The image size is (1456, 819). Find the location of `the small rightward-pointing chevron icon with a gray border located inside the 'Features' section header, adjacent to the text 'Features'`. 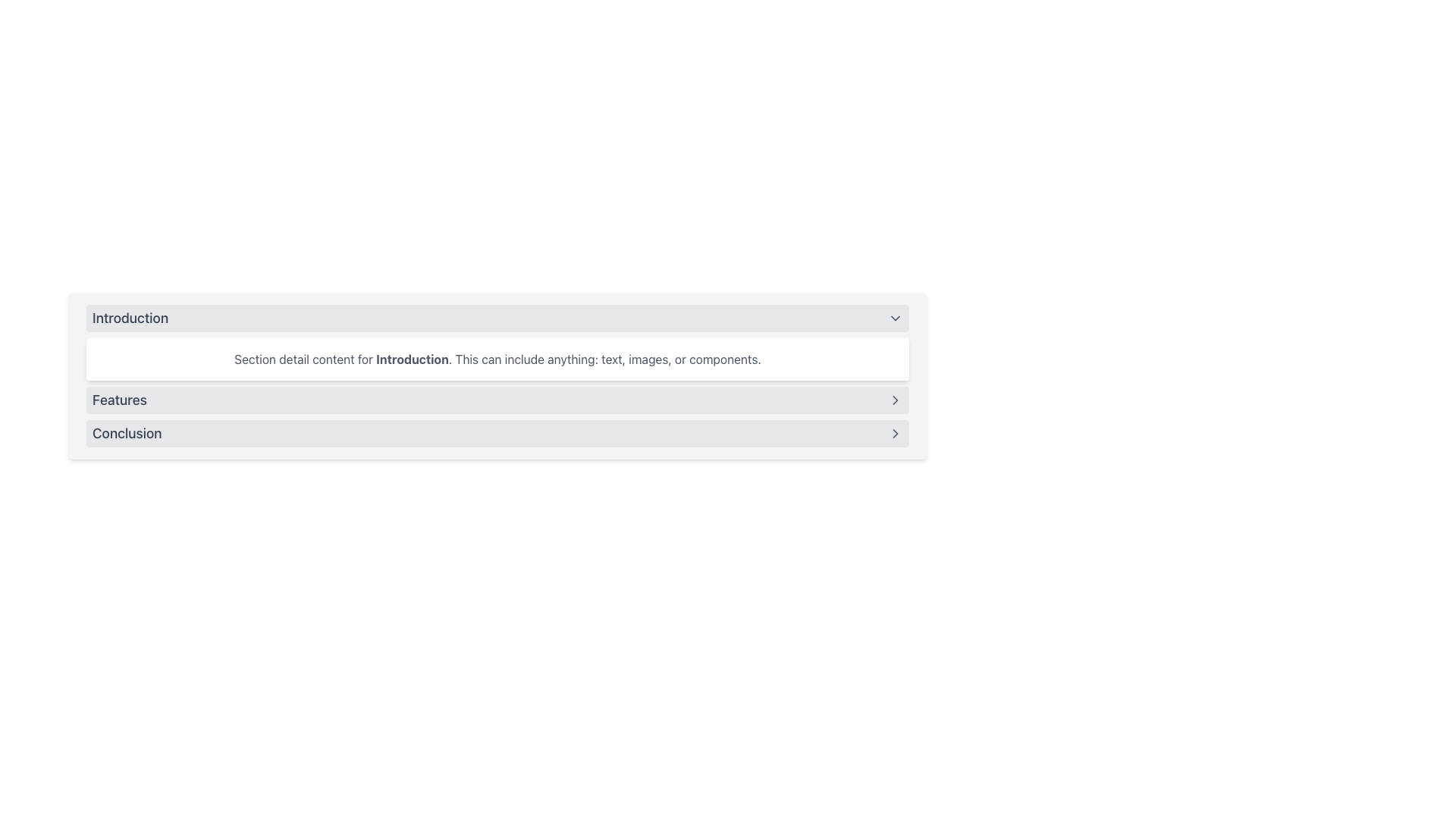

the small rightward-pointing chevron icon with a gray border located inside the 'Features' section header, adjacent to the text 'Features' is located at coordinates (895, 400).